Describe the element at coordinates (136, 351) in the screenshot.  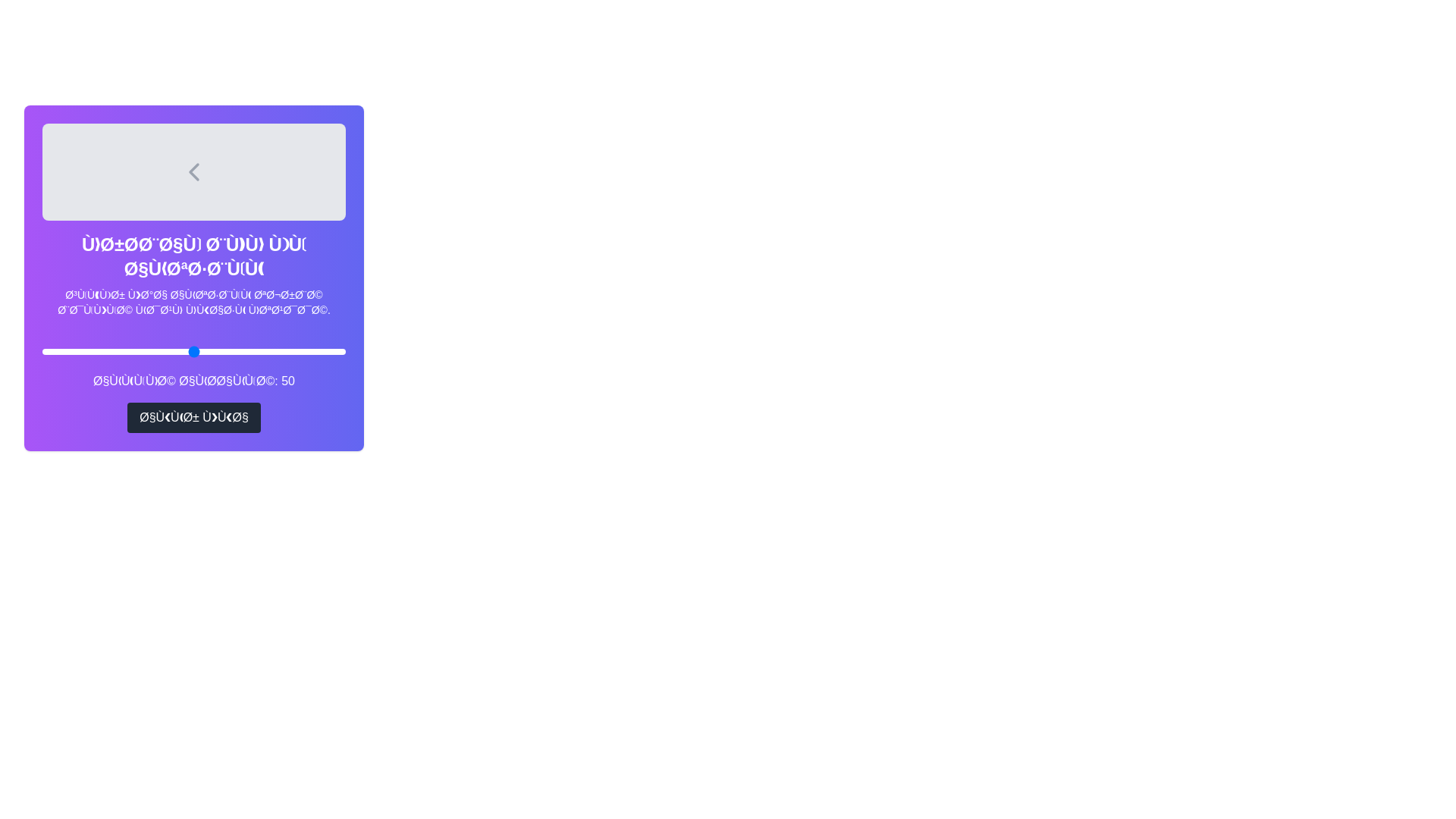
I see `the slider value` at that location.